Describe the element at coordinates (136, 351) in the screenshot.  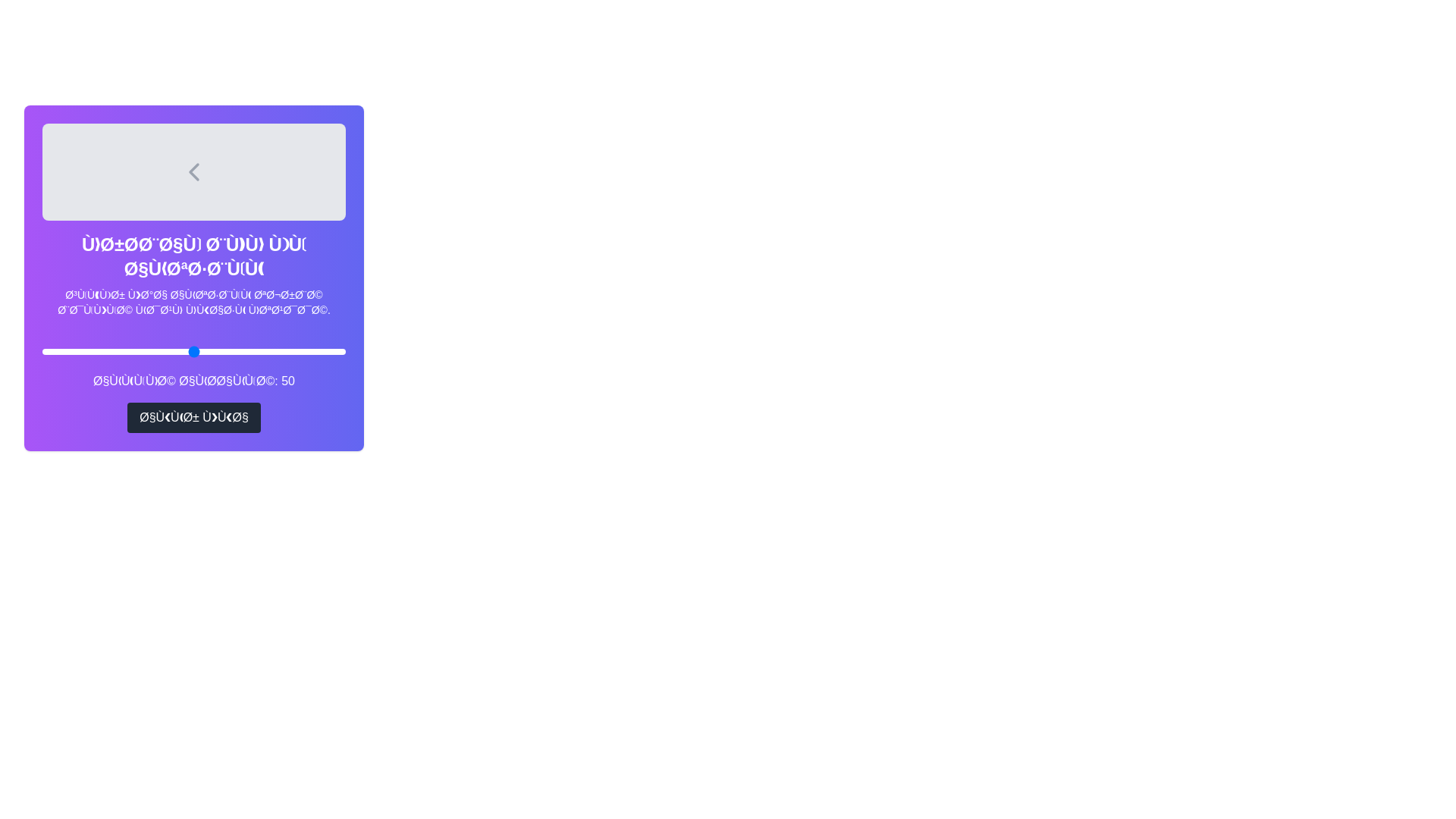
I see `the slider value` at that location.